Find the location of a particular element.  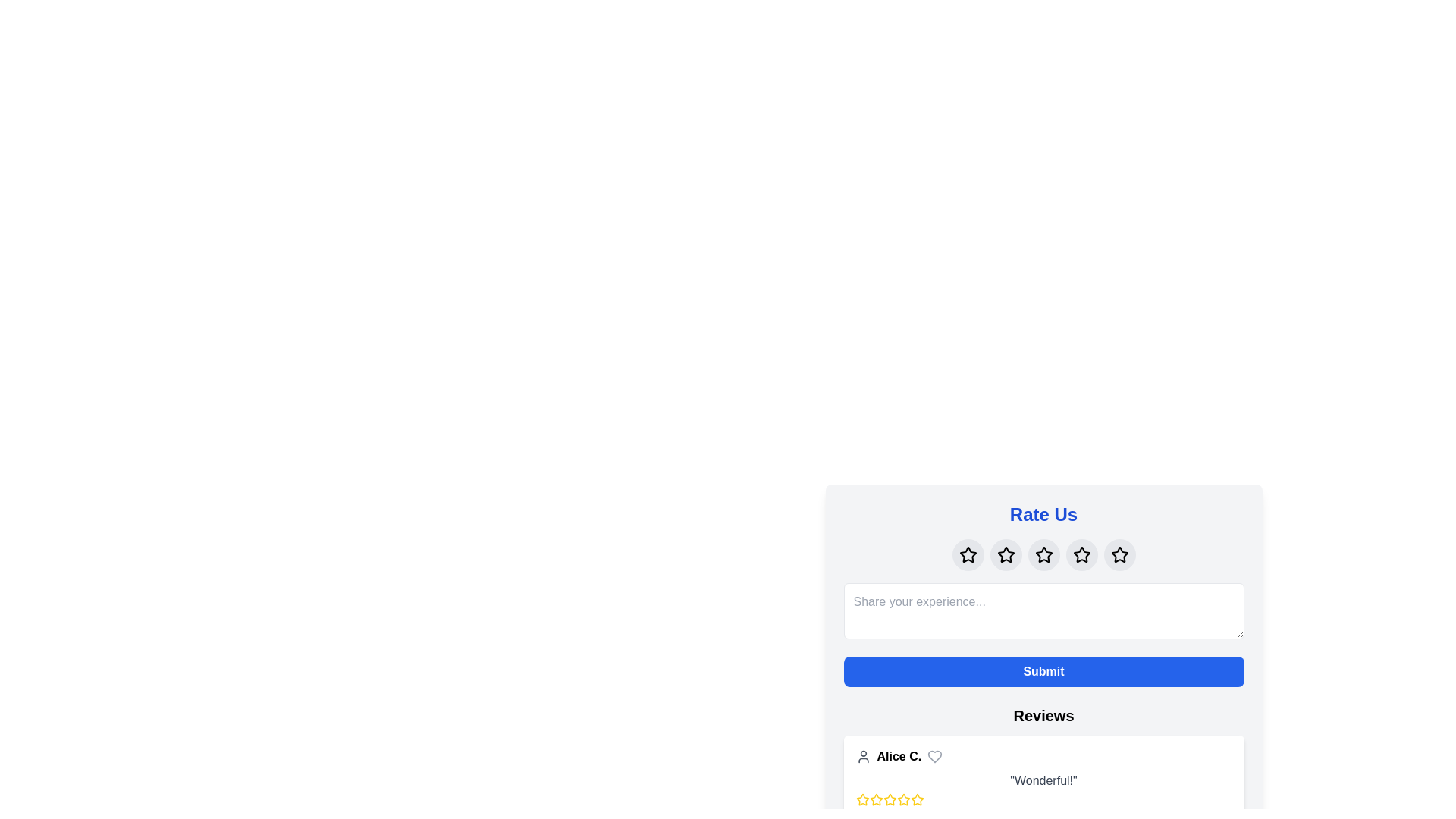

the submit button located directly below the 'Share your experience...' text input box is located at coordinates (1043, 671).